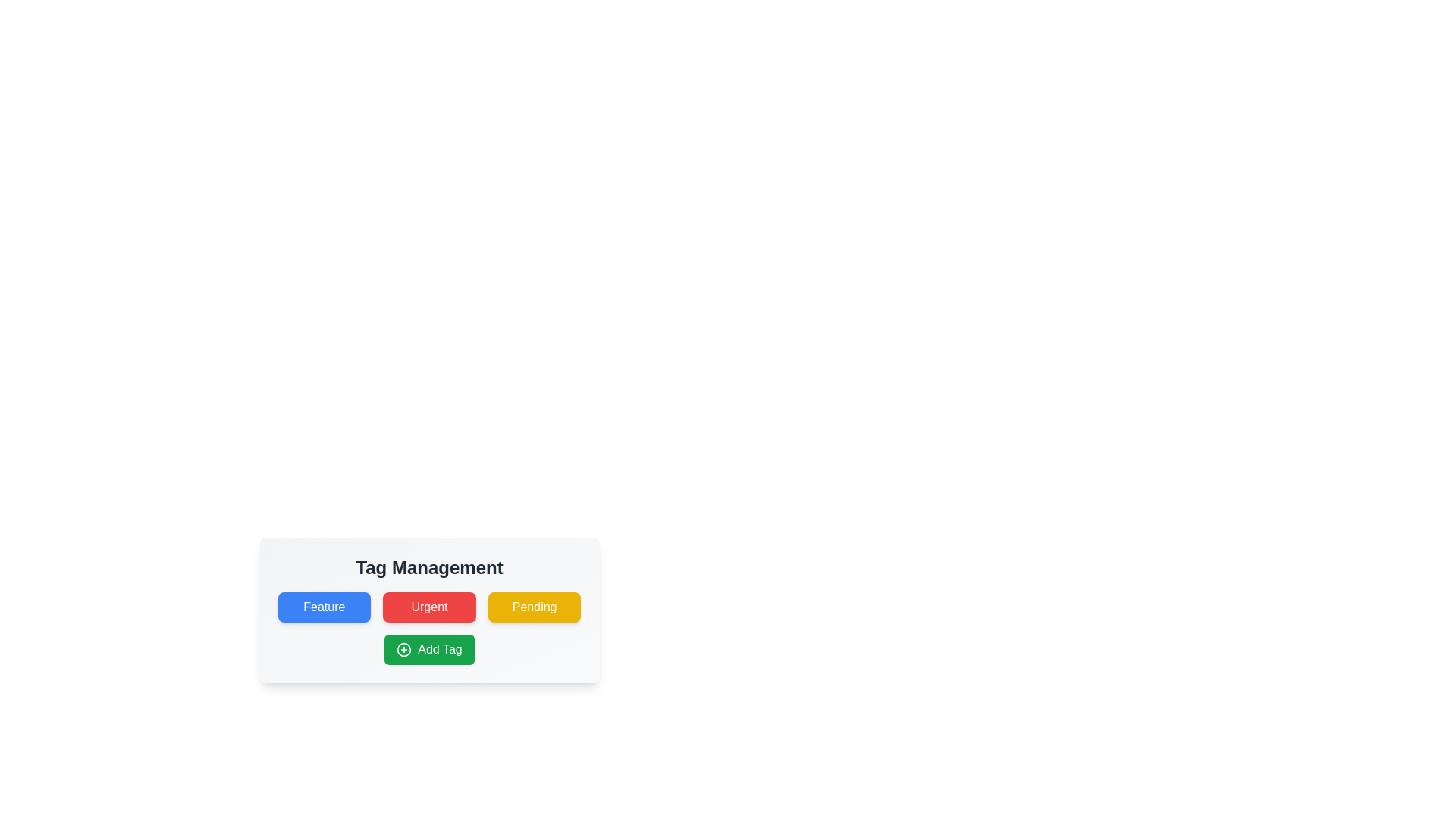 Image resolution: width=1456 pixels, height=819 pixels. What do you see at coordinates (323, 607) in the screenshot?
I see `the tag labeled Feature to observe its hover effect` at bounding box center [323, 607].